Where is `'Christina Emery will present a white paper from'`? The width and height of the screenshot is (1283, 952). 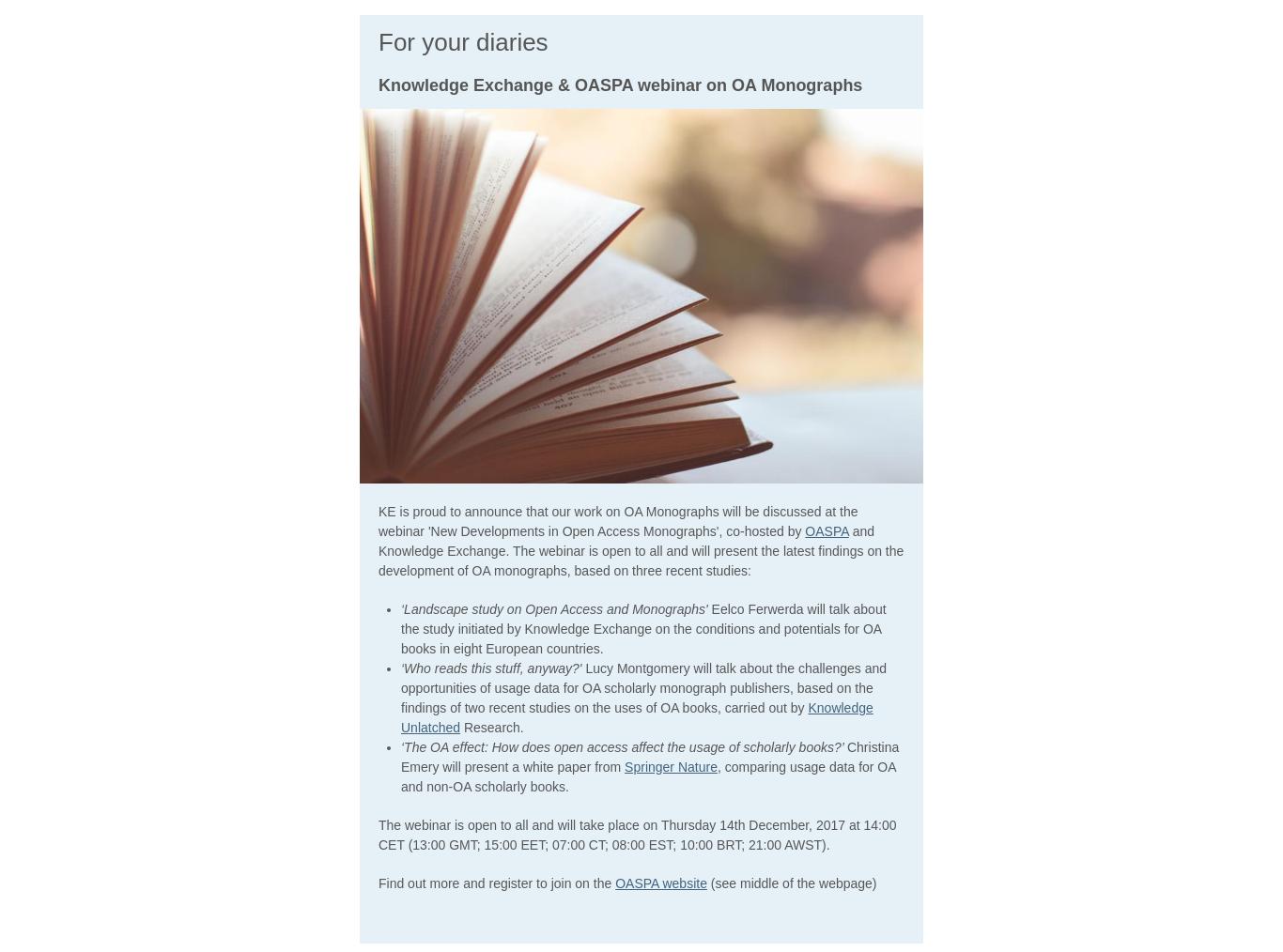
'Christina Emery will present a white paper from' is located at coordinates (650, 756).